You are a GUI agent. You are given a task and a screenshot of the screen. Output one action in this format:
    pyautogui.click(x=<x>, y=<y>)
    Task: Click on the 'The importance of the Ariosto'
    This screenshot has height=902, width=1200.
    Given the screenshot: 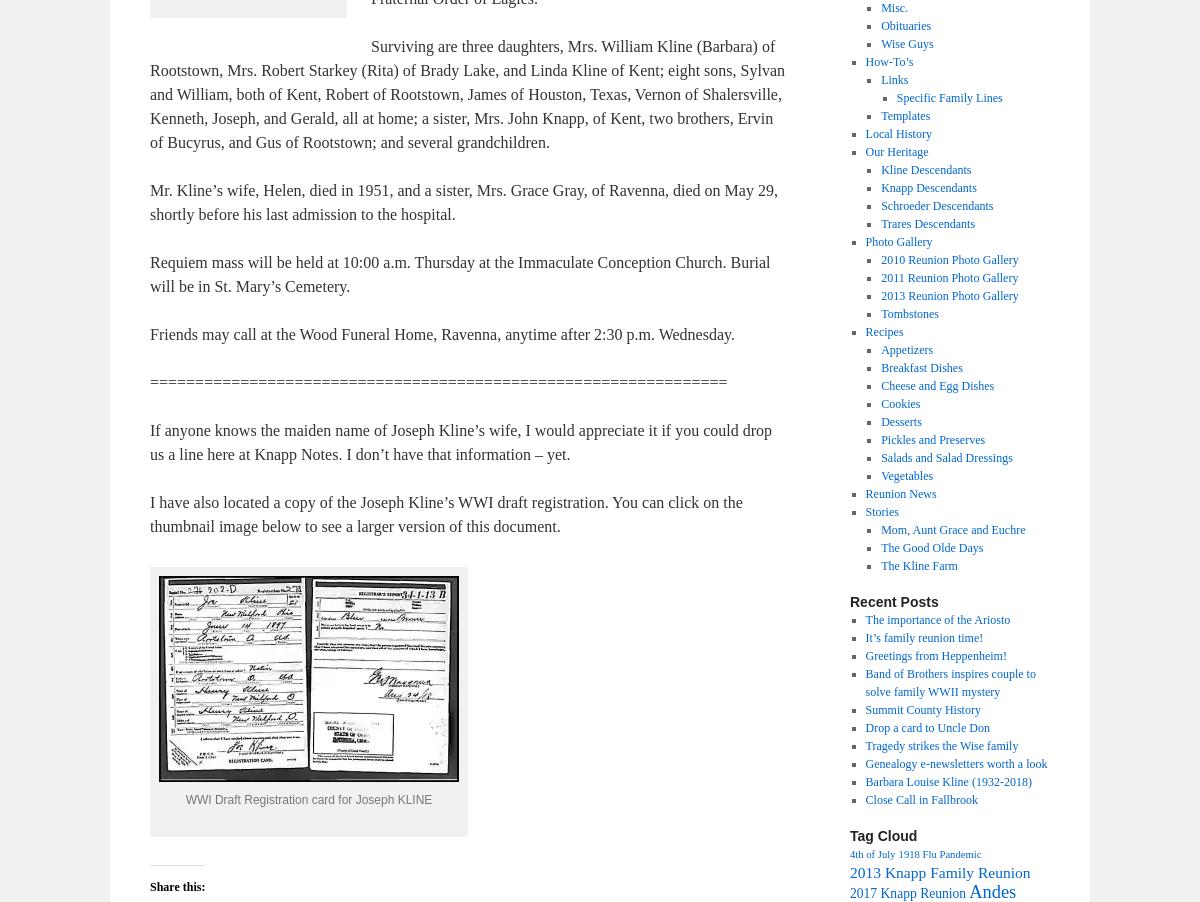 What is the action you would take?
    pyautogui.click(x=937, y=619)
    